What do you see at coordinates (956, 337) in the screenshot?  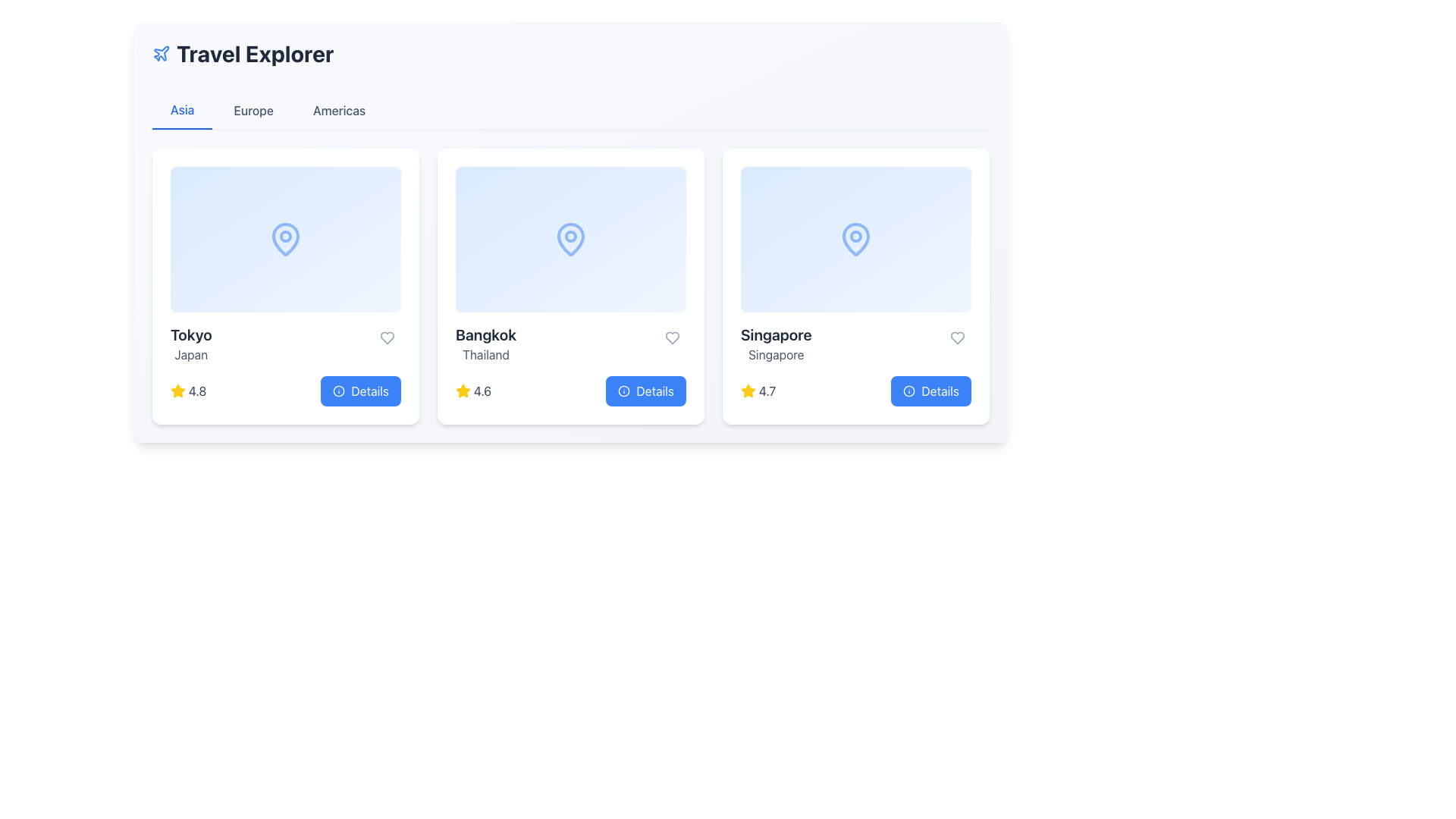 I see `the favorite icon located at the bottom-right corner of the Singapore card` at bounding box center [956, 337].